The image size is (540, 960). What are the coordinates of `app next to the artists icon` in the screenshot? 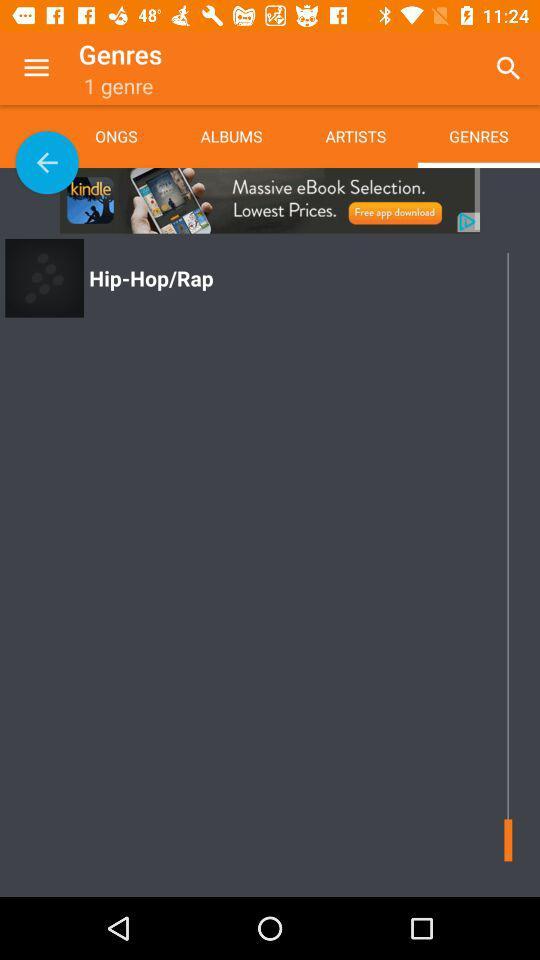 It's located at (508, 68).